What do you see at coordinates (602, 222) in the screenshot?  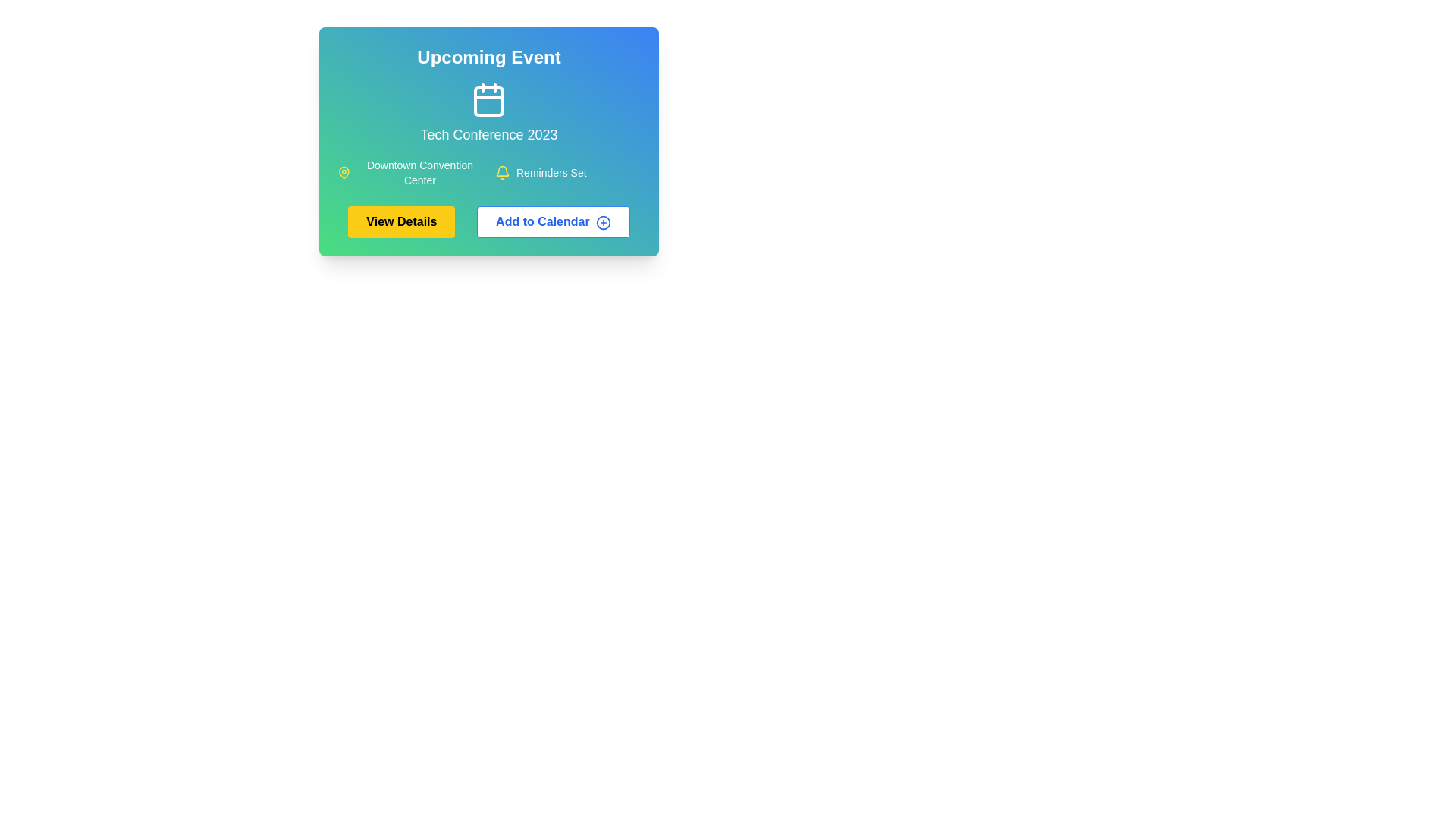 I see `the blue circular icon with a plus symbol inside, located to the right of the 'Add to Calendar' text within the button at the bottom of the card UI section` at bounding box center [602, 222].